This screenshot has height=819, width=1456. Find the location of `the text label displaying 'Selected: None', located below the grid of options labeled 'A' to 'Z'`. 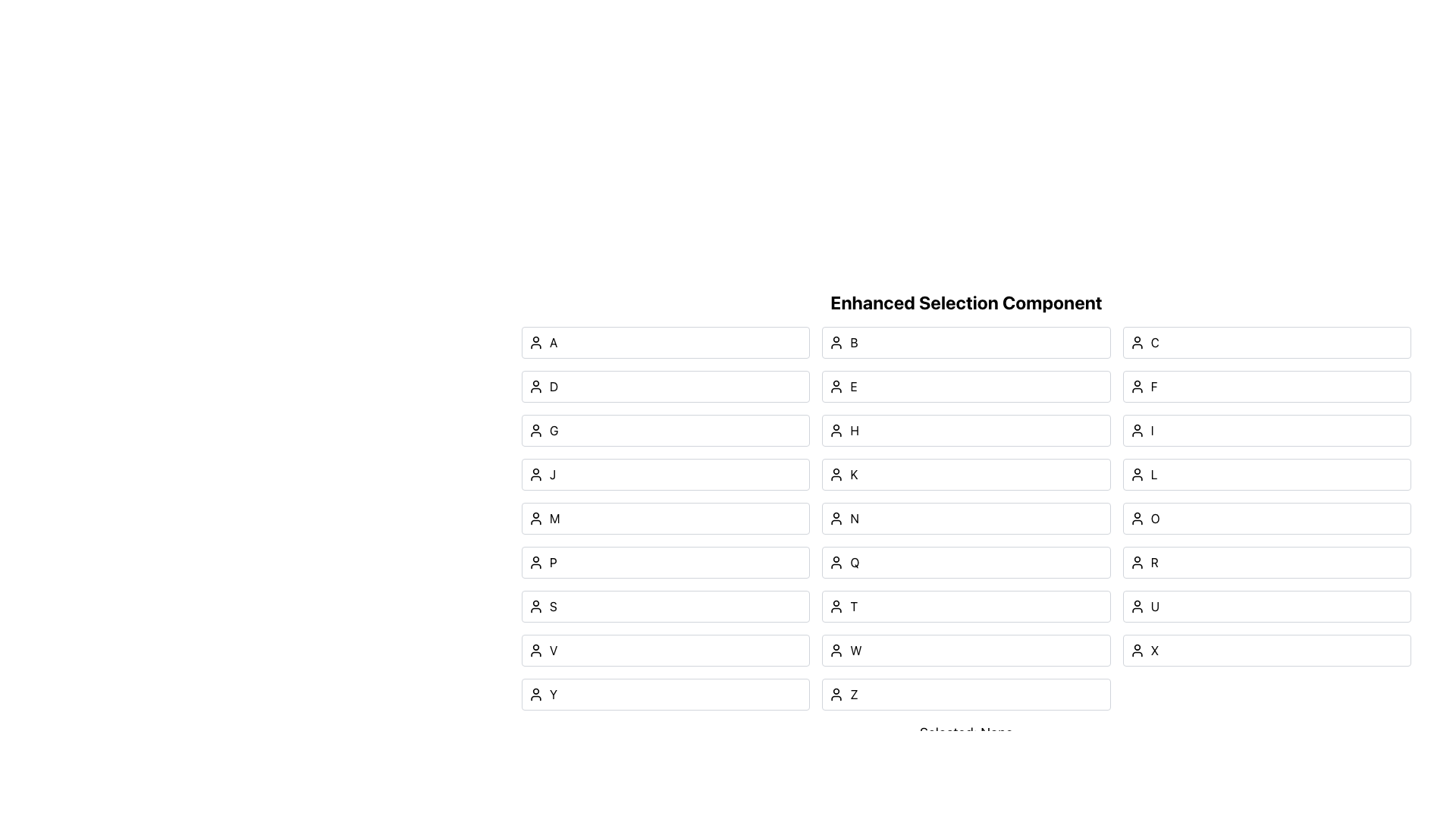

the text label displaying 'Selected: None', located below the grid of options labeled 'A' to 'Z' is located at coordinates (965, 733).